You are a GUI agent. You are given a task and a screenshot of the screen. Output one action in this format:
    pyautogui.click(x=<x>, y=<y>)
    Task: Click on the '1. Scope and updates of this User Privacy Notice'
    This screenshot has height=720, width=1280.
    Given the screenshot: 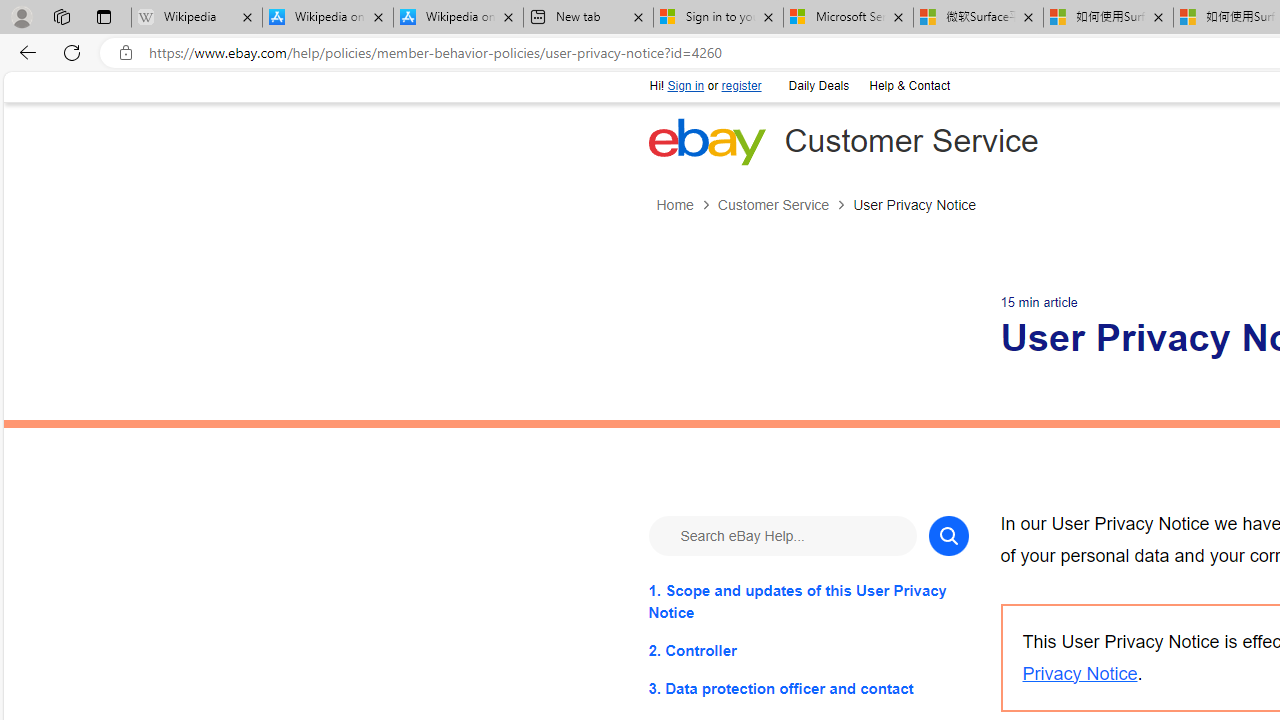 What is the action you would take?
    pyautogui.click(x=808, y=600)
    